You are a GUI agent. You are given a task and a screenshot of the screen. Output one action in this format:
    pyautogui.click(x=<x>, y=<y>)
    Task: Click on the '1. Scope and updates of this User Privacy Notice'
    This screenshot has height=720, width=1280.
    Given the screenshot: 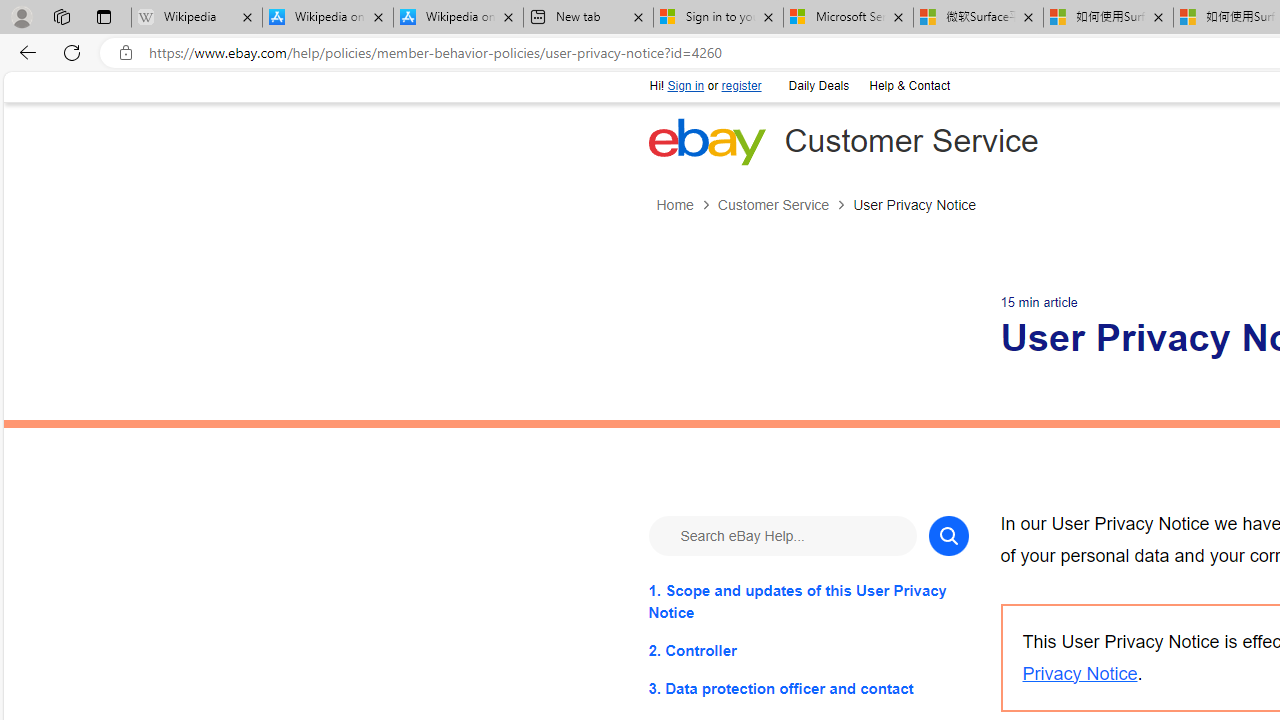 What is the action you would take?
    pyautogui.click(x=808, y=600)
    